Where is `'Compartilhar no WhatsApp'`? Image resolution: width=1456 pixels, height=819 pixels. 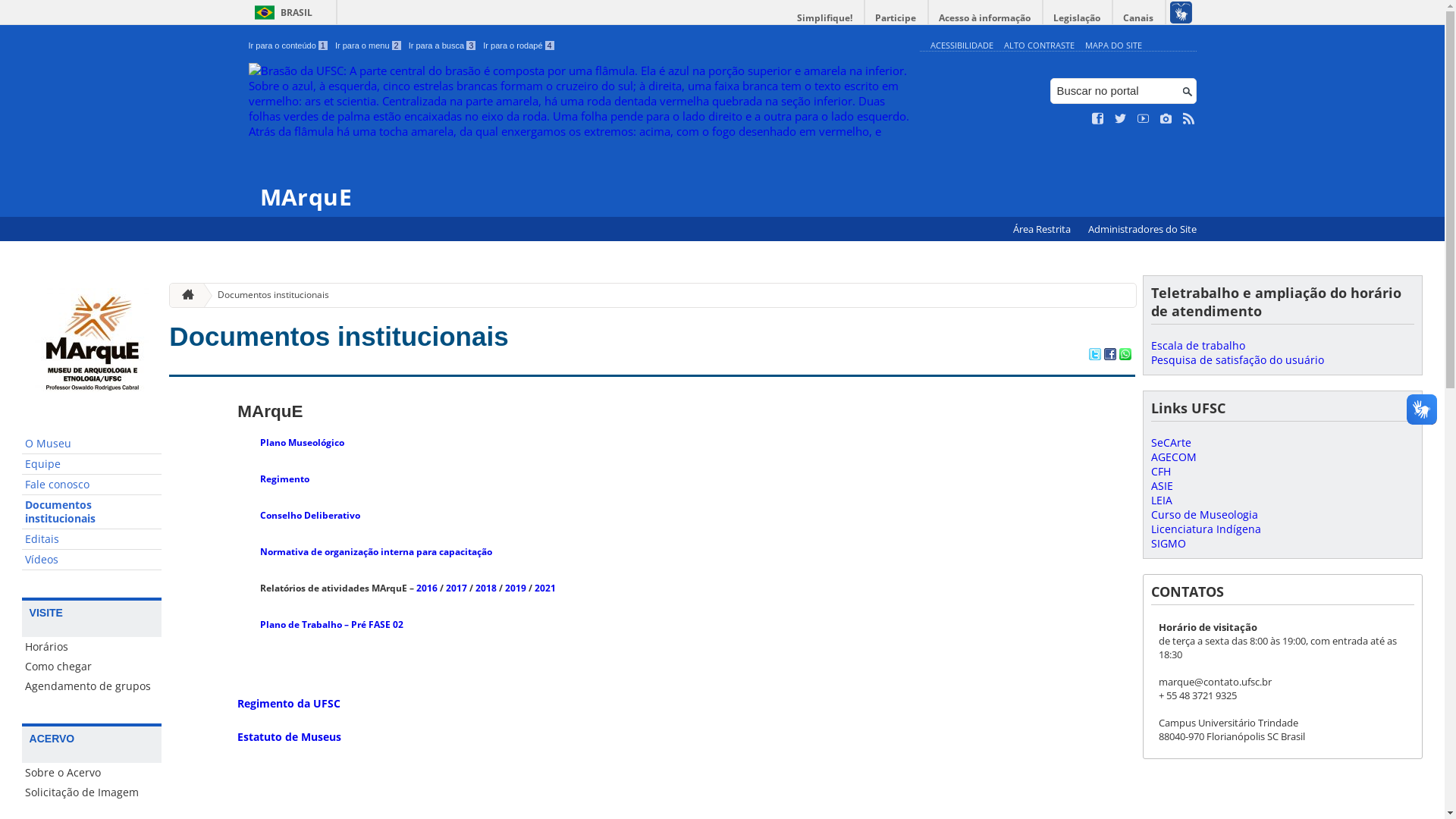 'Compartilhar no WhatsApp' is located at coordinates (1125, 356).